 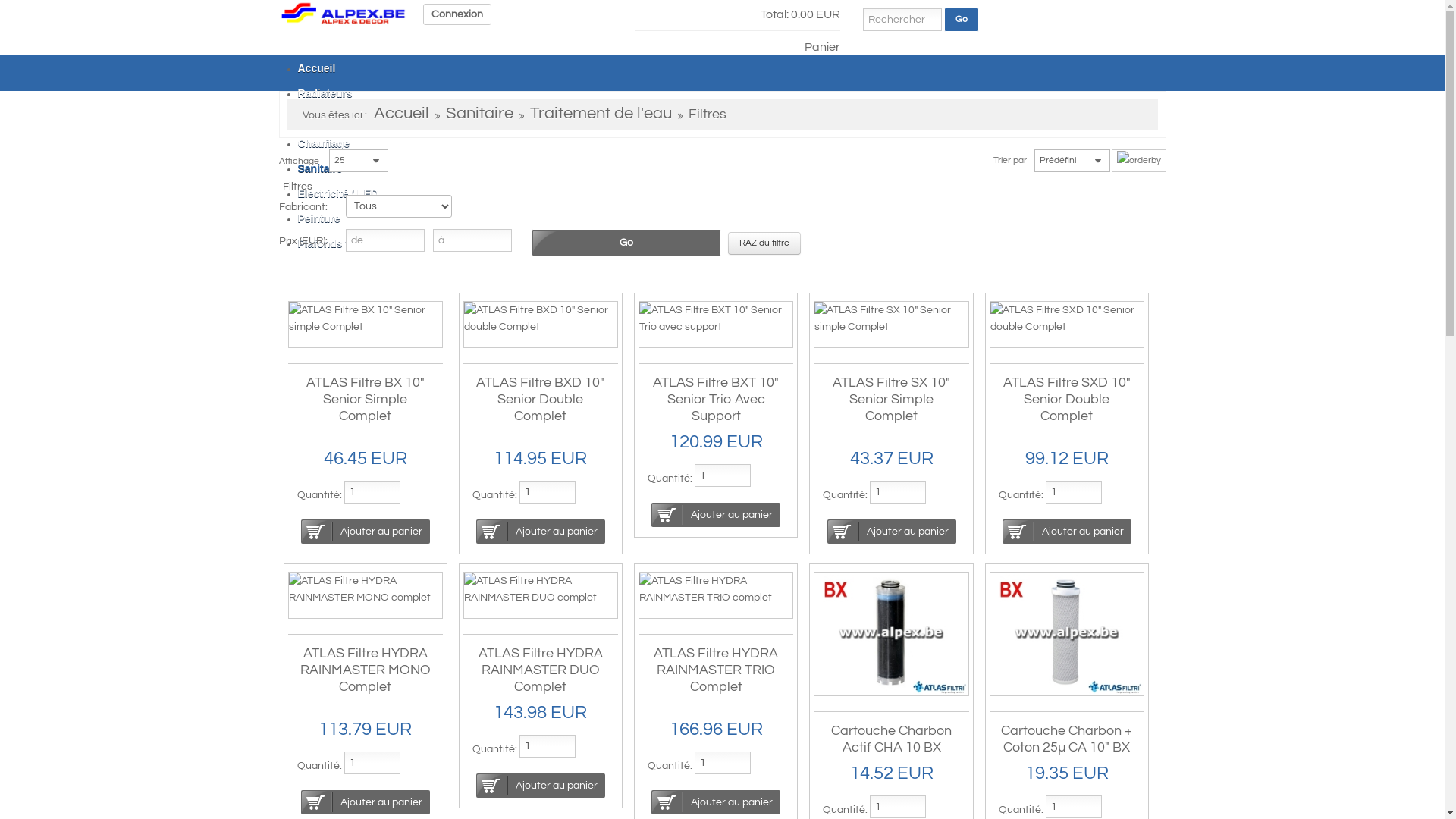 I want to click on 'Peinture', so click(x=318, y=218).